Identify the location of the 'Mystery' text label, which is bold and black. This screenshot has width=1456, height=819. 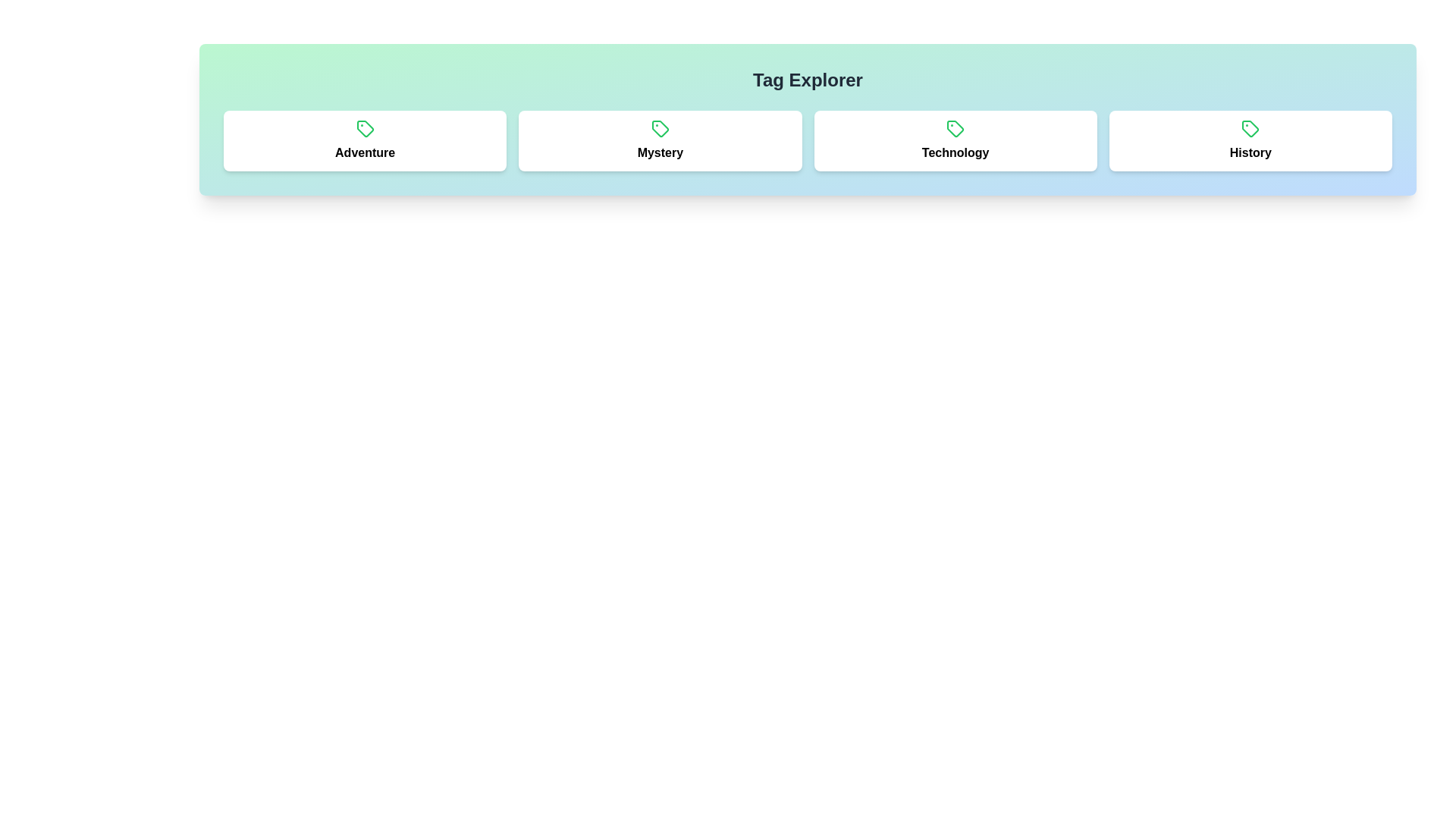
(660, 152).